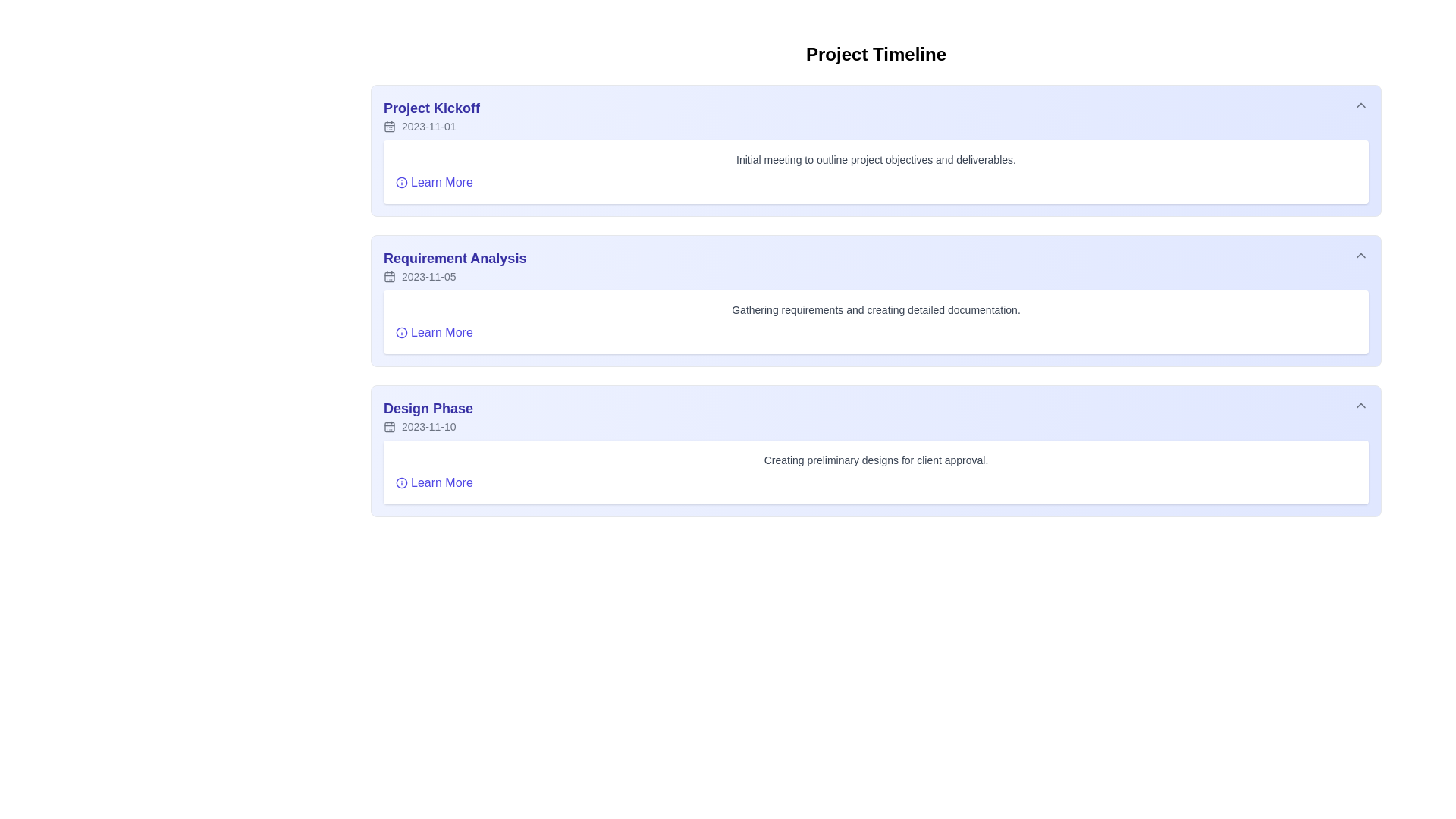  Describe the element at coordinates (876, 459) in the screenshot. I see `the text element displaying 'Creating preliminary designs for client approval.' located in the 'Design Phase' section of the timeline interface` at that location.